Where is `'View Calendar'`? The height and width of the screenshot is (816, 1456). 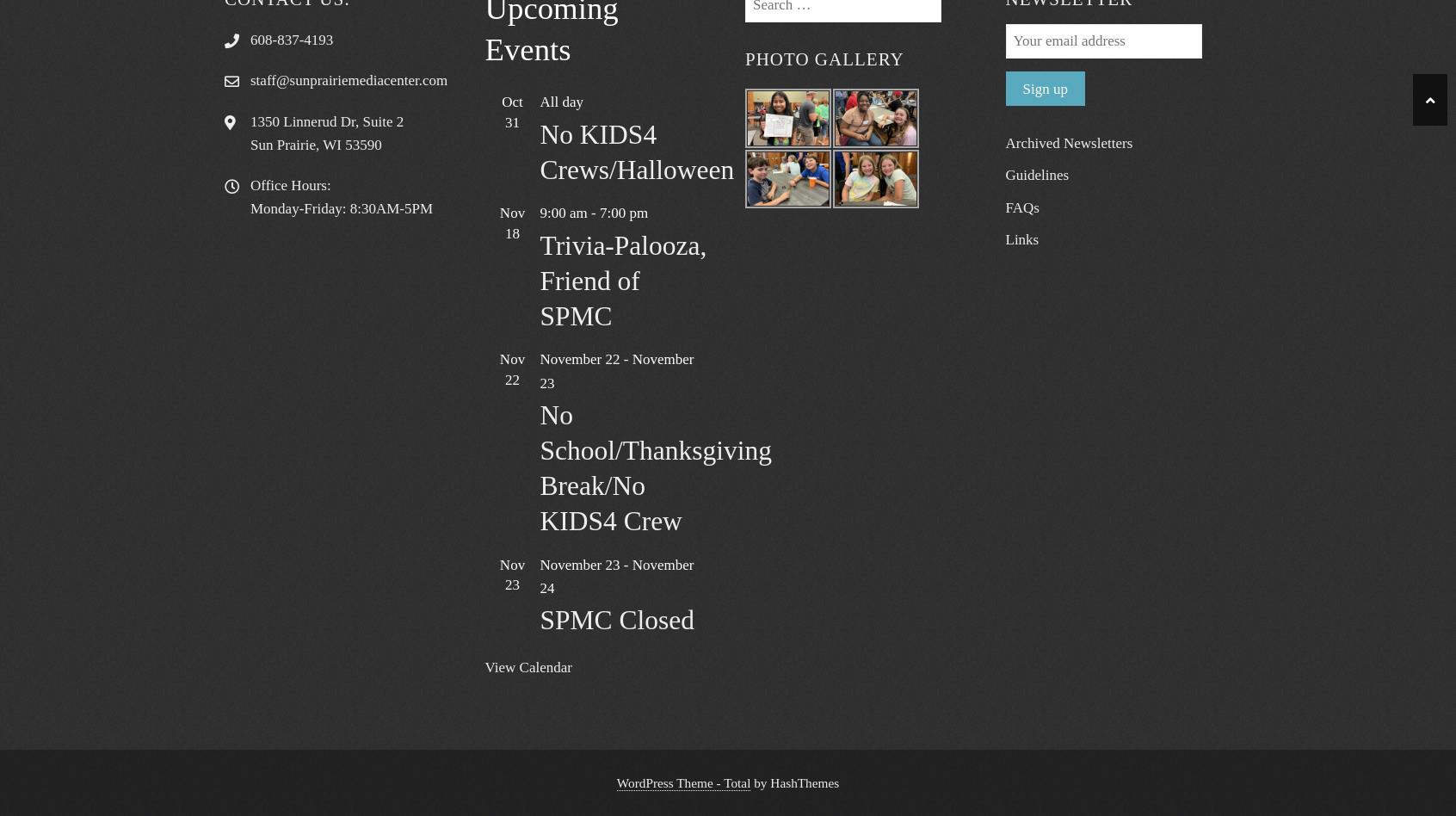 'View Calendar' is located at coordinates (527, 666).